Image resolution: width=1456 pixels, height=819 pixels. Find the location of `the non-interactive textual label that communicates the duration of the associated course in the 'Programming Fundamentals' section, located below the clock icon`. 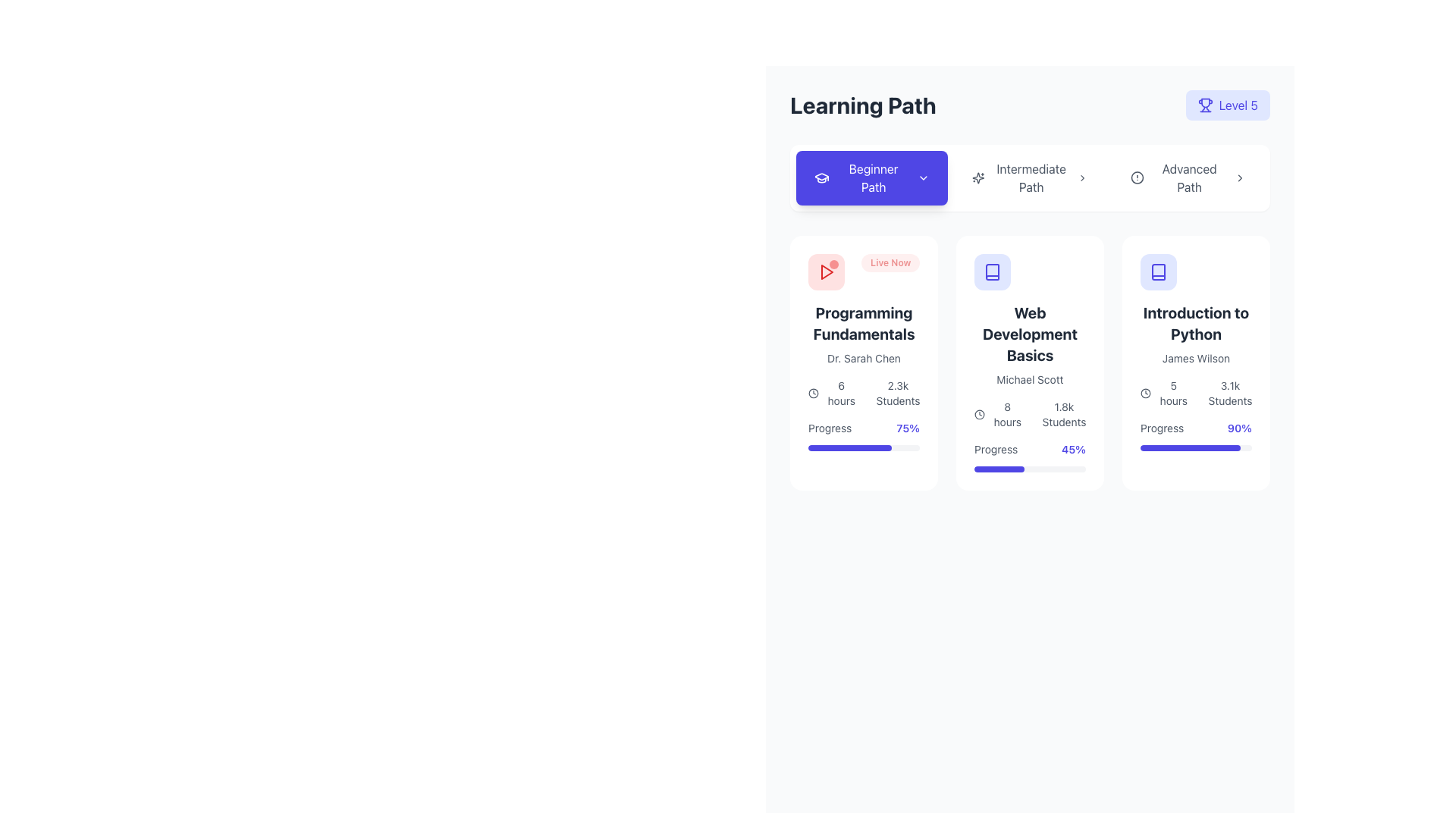

the non-interactive textual label that communicates the duration of the associated course in the 'Programming Fundamentals' section, located below the clock icon is located at coordinates (840, 393).